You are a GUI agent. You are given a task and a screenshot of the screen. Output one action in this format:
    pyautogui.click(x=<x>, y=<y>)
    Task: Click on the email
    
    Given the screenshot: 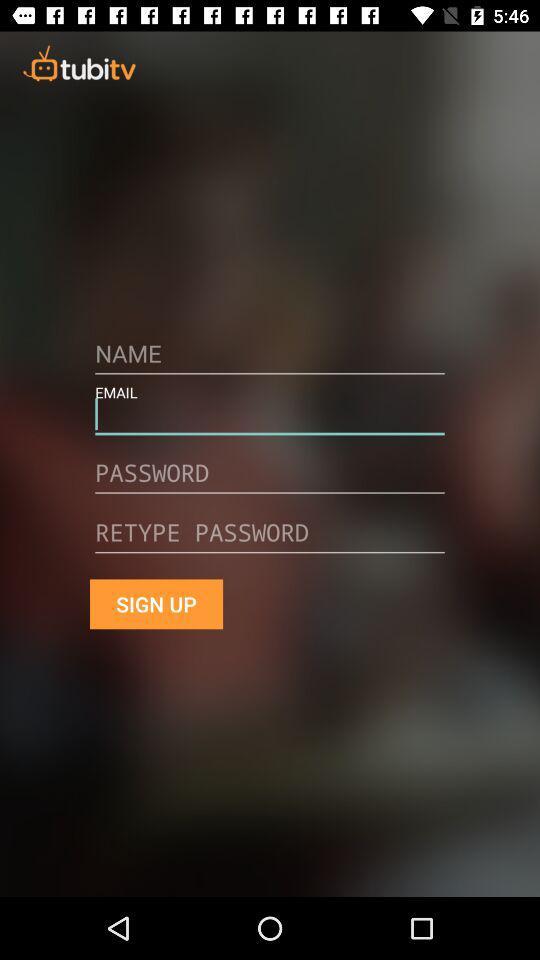 What is the action you would take?
    pyautogui.click(x=270, y=421)
    